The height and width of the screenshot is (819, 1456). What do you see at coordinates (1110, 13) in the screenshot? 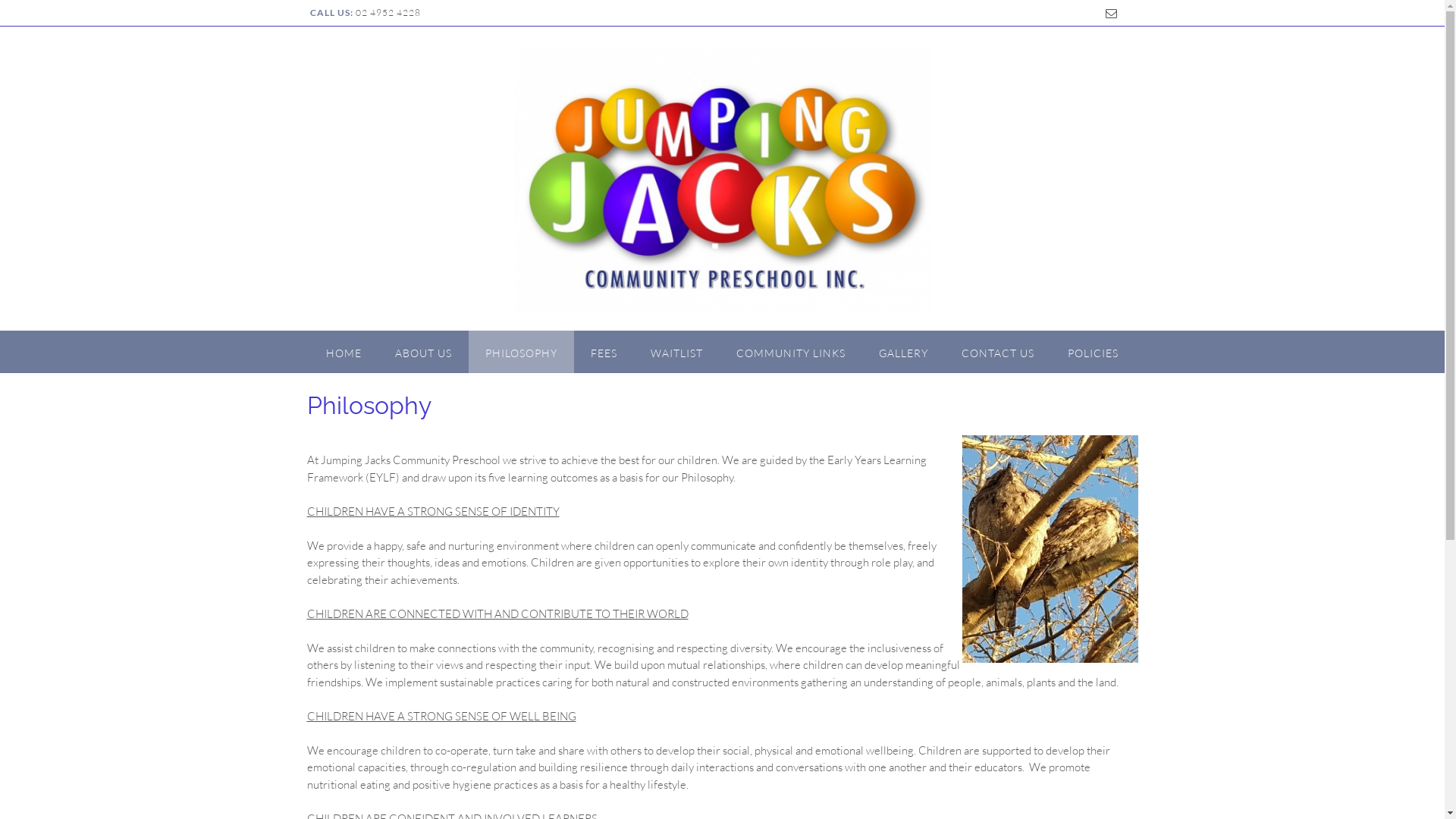
I see `'Send us an email'` at bounding box center [1110, 13].